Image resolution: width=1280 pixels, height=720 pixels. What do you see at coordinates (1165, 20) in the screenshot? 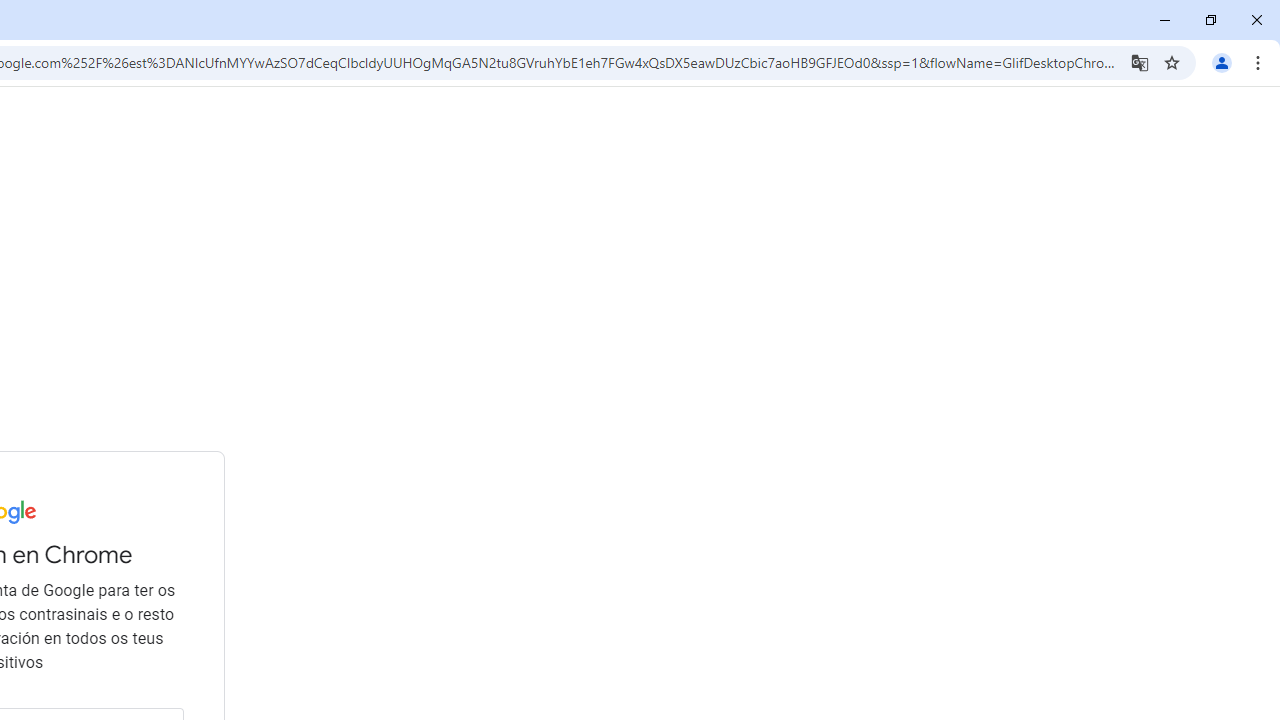
I see `'Minimize'` at bounding box center [1165, 20].